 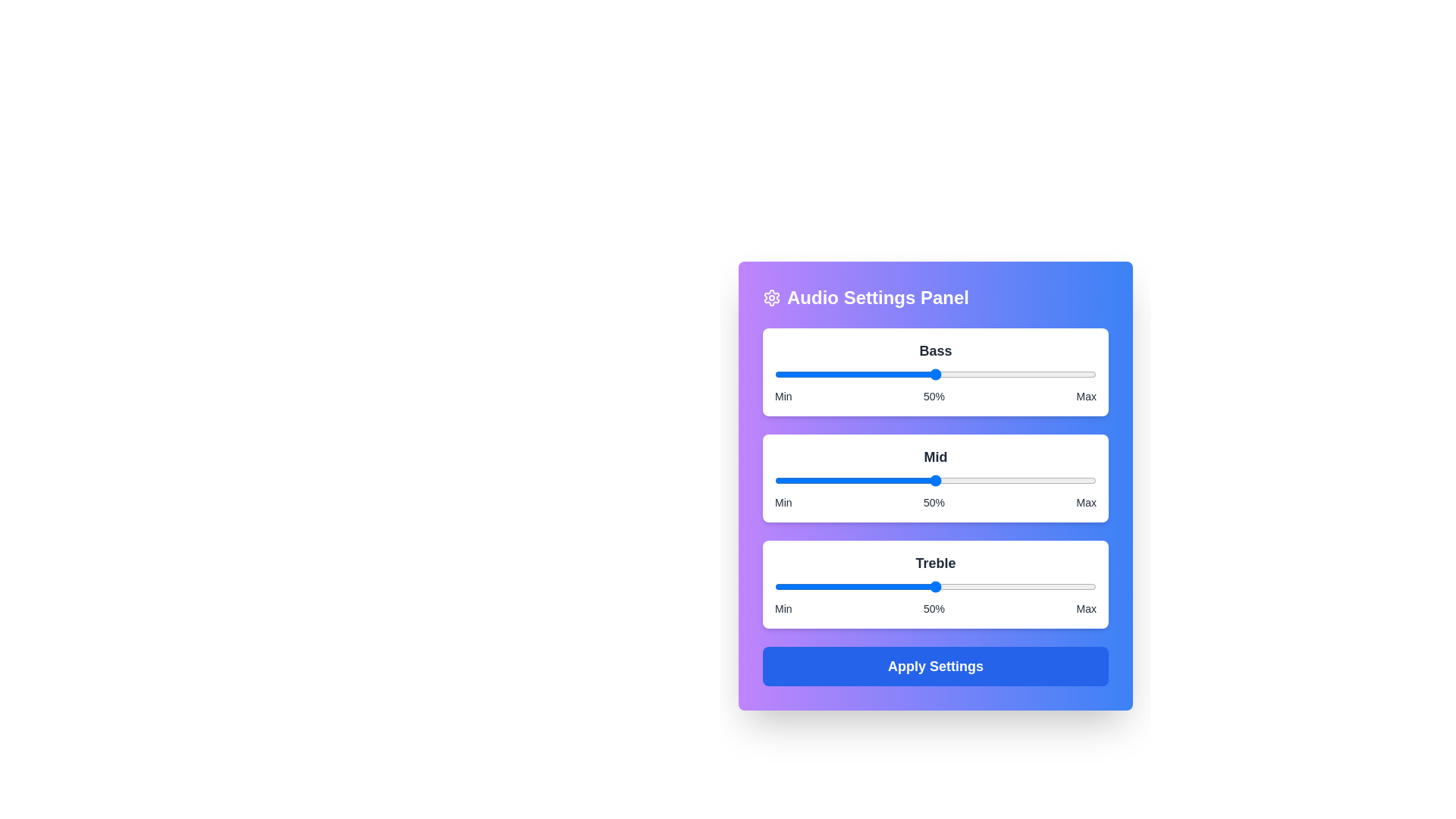 What do you see at coordinates (934, 586) in the screenshot?
I see `the treble settings slider, which is positioned below the 'Treble' label and above the 'Min 50% Max' text, to trigger a tooltip or highlight effect` at bounding box center [934, 586].